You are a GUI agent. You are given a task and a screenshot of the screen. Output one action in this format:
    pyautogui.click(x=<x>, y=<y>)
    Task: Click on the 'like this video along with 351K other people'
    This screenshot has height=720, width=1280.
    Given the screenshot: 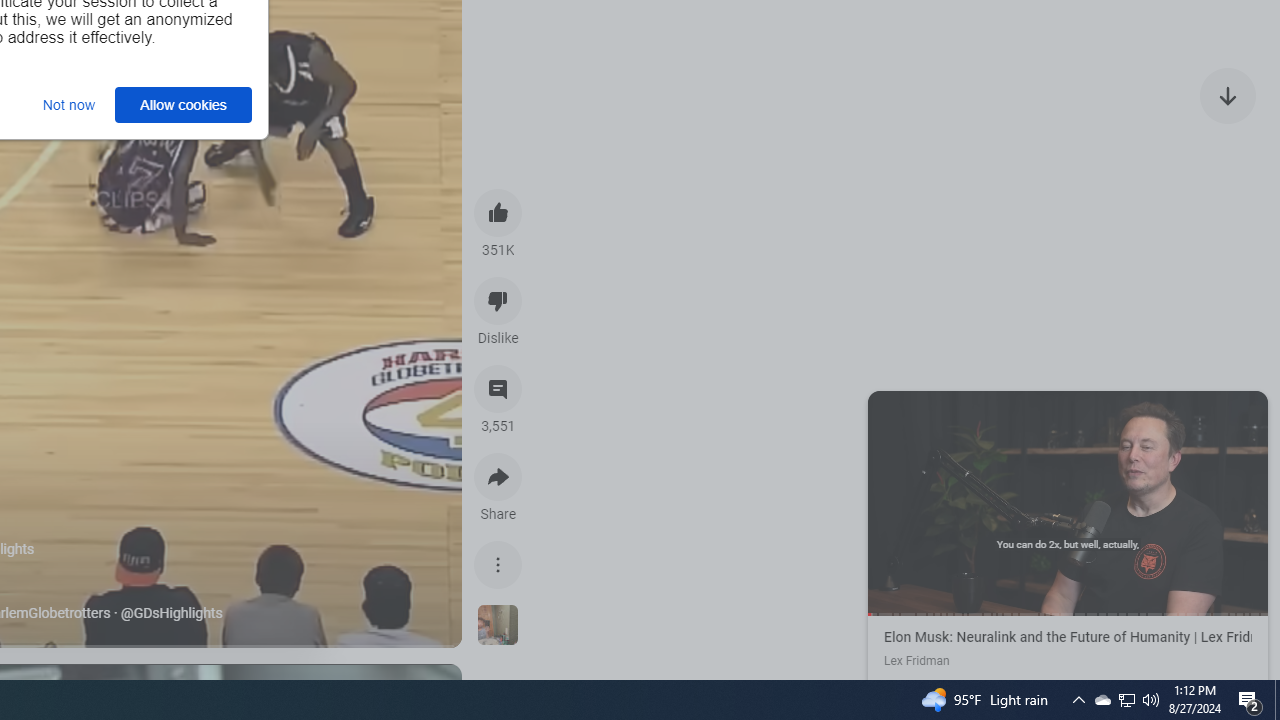 What is the action you would take?
    pyautogui.click(x=498, y=212)
    